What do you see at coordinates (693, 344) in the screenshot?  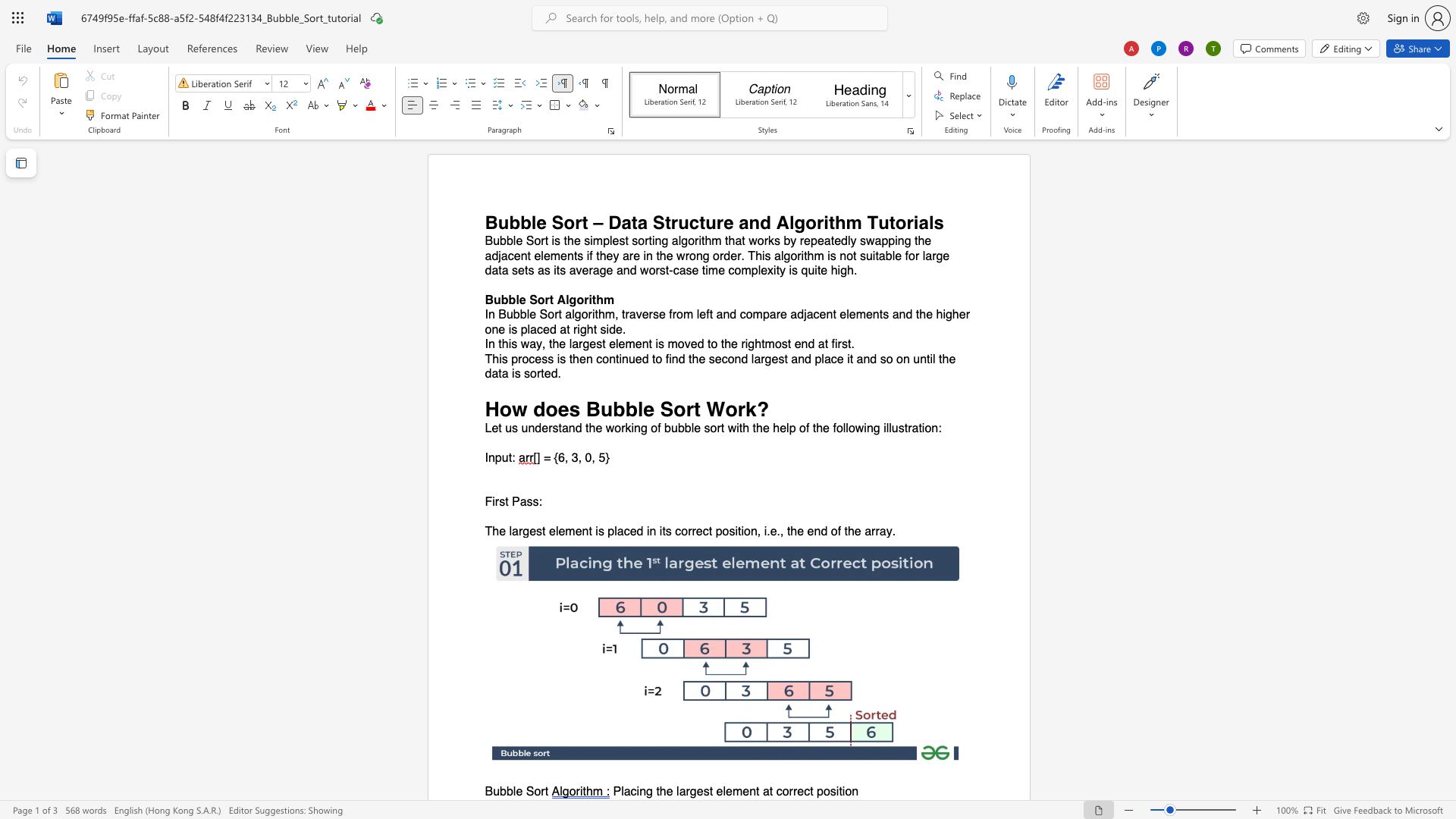 I see `the 6th character "e" in the text` at bounding box center [693, 344].